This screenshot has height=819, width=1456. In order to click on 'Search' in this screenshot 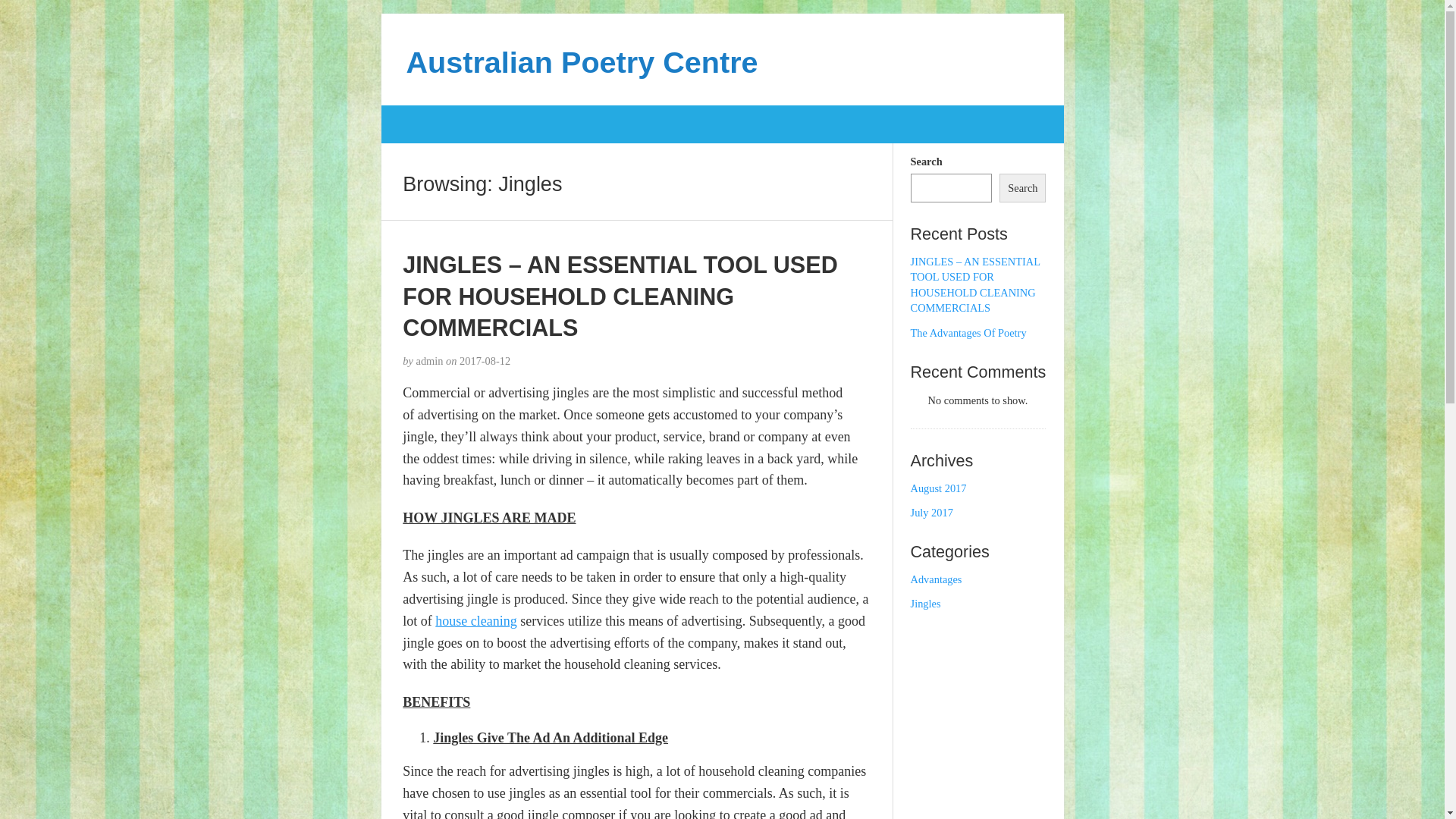, I will do `click(1022, 187)`.